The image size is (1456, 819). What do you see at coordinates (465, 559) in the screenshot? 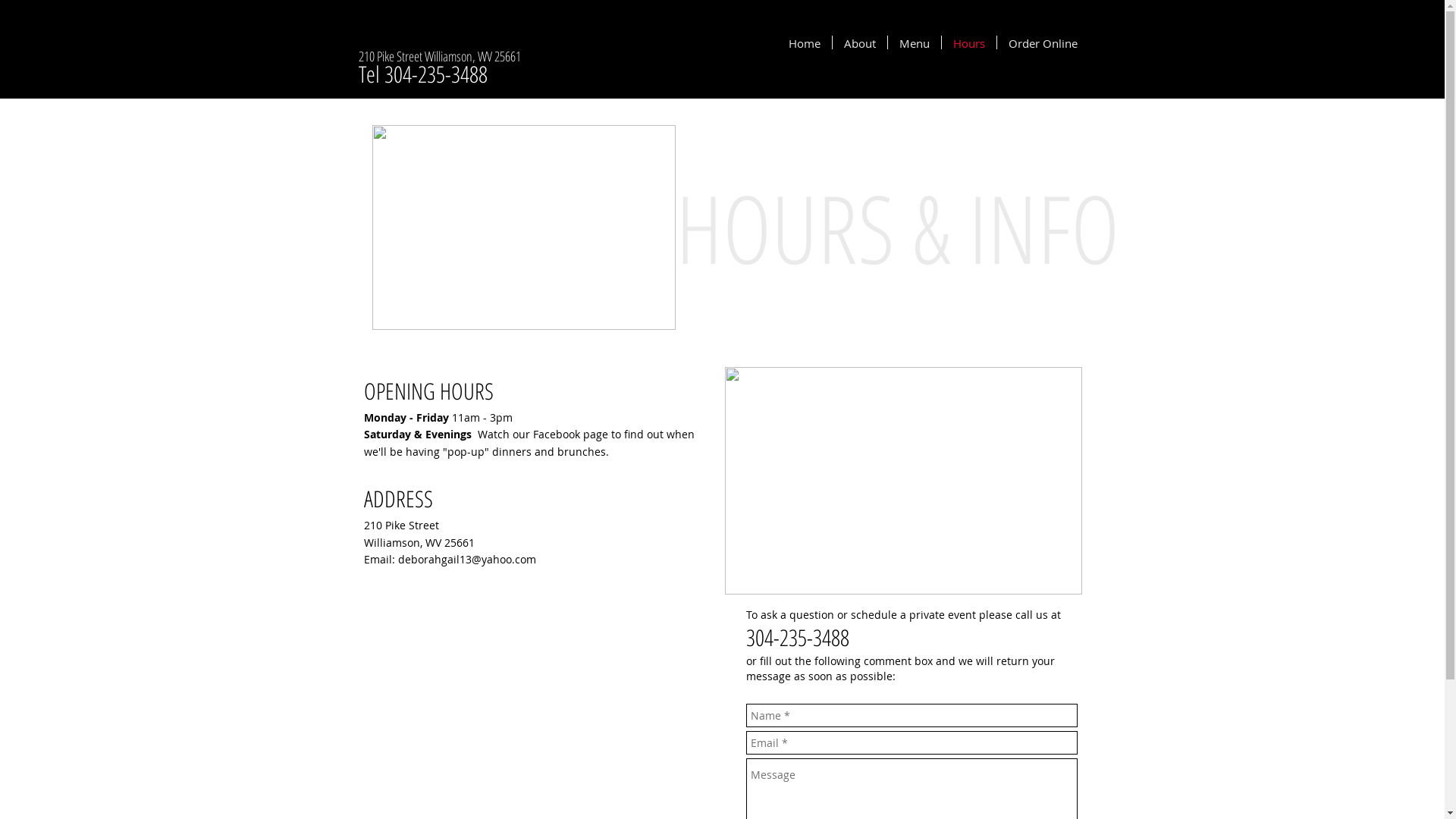
I see `'deborahgail13@yahoo.com'` at bounding box center [465, 559].